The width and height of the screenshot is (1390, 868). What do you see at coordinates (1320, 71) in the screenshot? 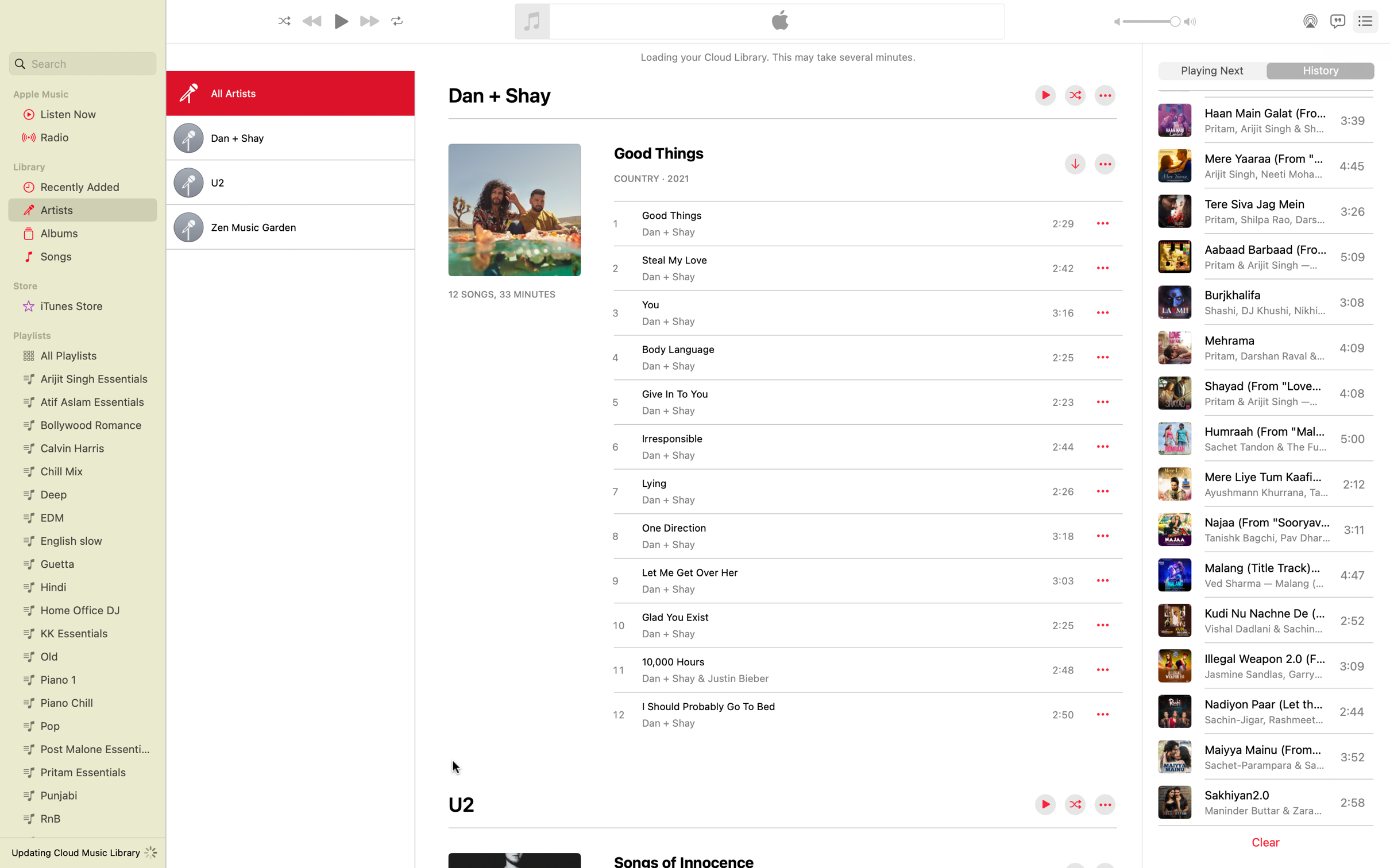
I see `Retrieve the log of previously played songs` at bounding box center [1320, 71].